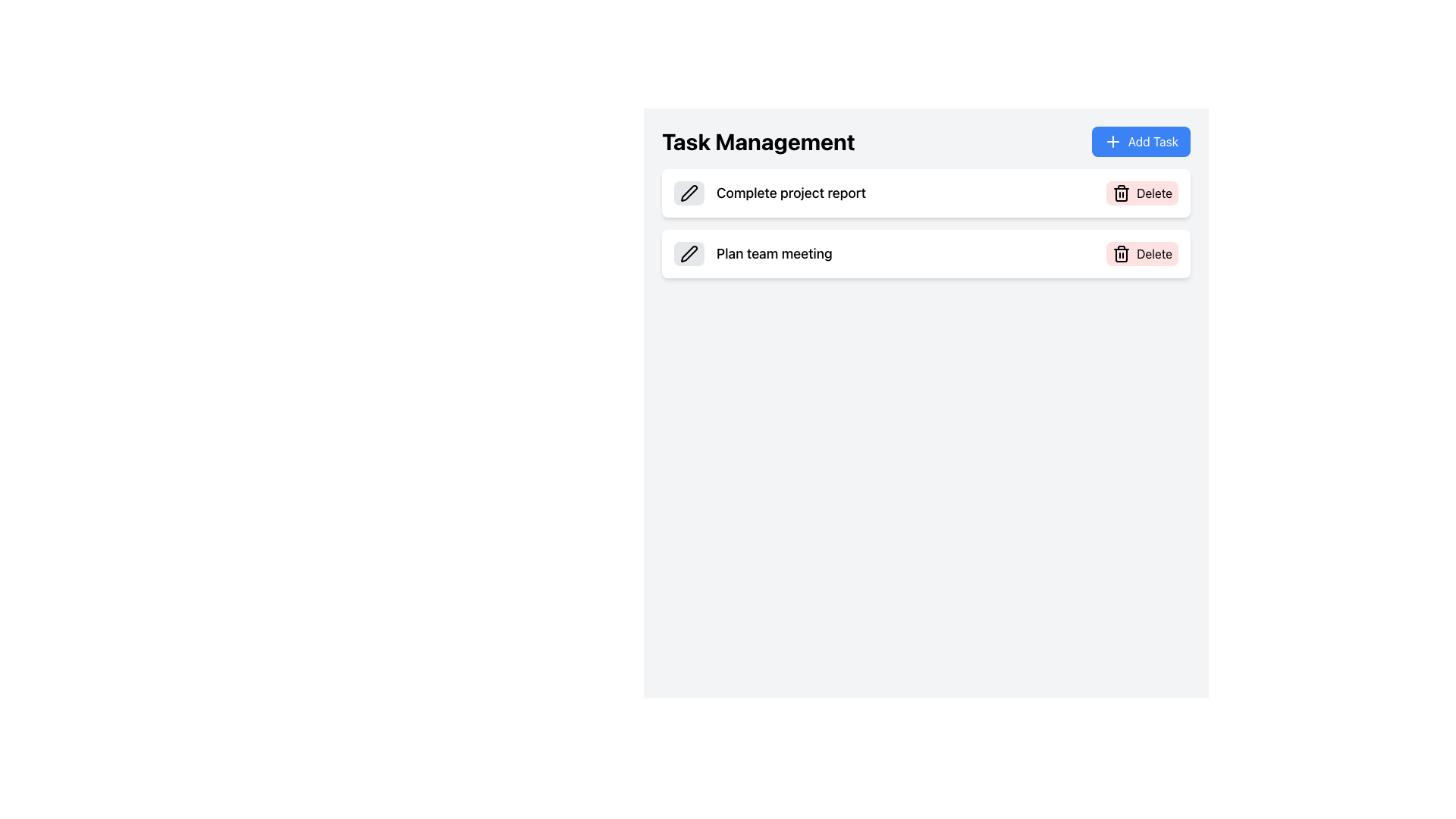 The width and height of the screenshot is (1456, 819). Describe the element at coordinates (1141, 141) in the screenshot. I see `the blue rectangular button labeled 'Add Task' with a white plus symbol` at that location.